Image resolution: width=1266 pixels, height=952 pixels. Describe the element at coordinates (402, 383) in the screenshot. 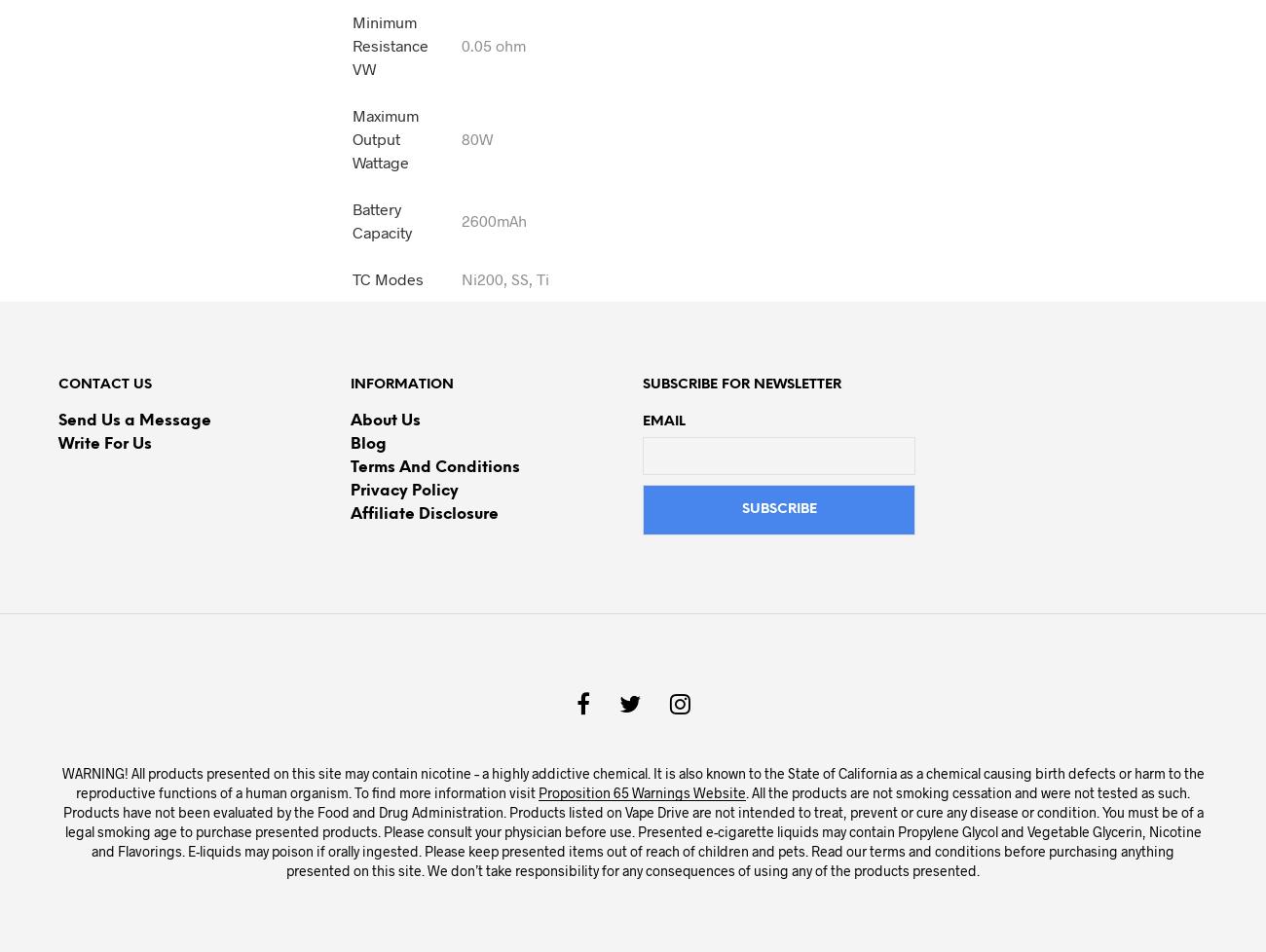

I see `'Information'` at that location.